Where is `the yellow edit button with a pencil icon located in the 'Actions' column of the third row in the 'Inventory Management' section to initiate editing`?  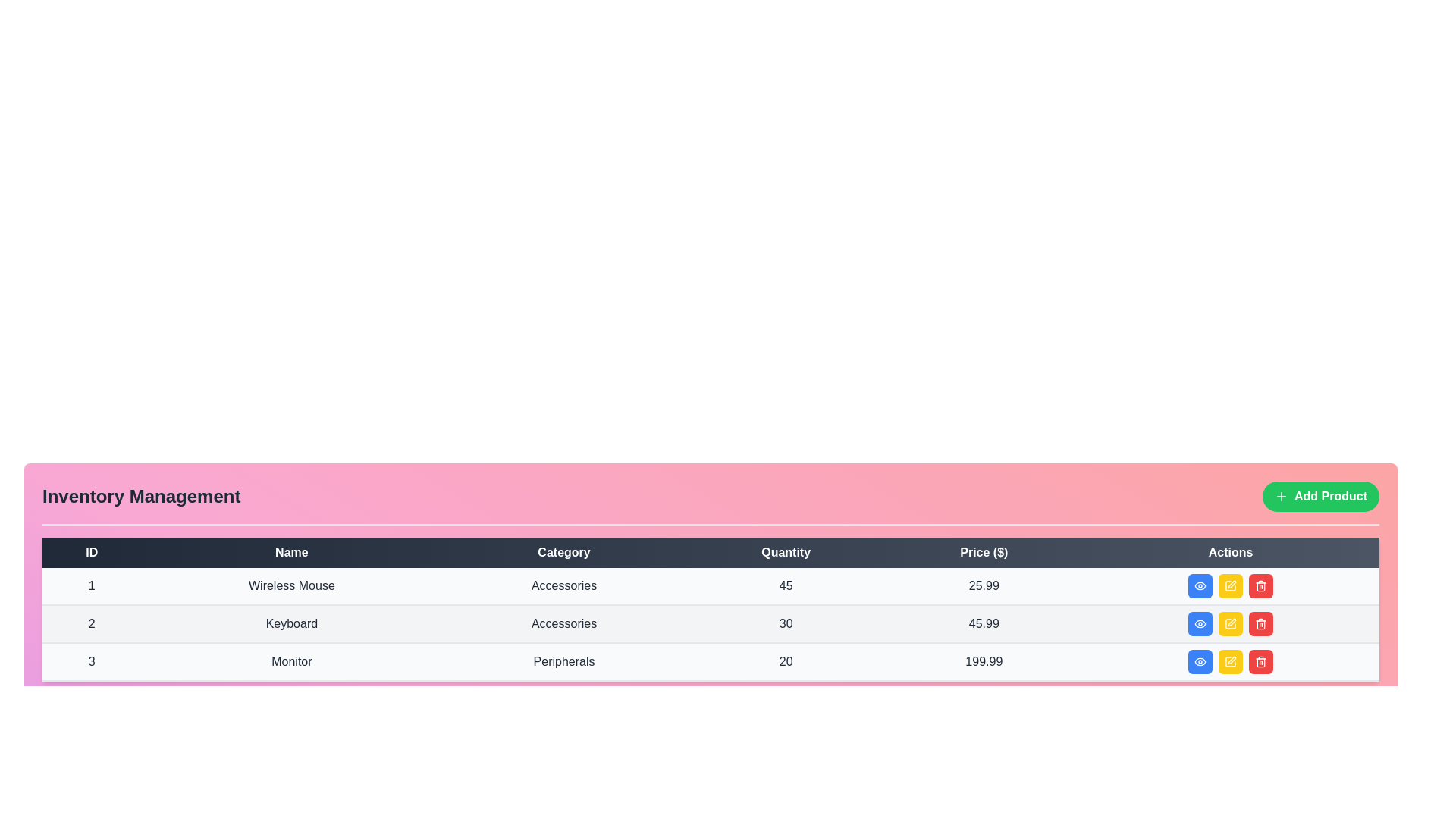 the yellow edit button with a pencil icon located in the 'Actions' column of the third row in the 'Inventory Management' section to initiate editing is located at coordinates (1231, 661).